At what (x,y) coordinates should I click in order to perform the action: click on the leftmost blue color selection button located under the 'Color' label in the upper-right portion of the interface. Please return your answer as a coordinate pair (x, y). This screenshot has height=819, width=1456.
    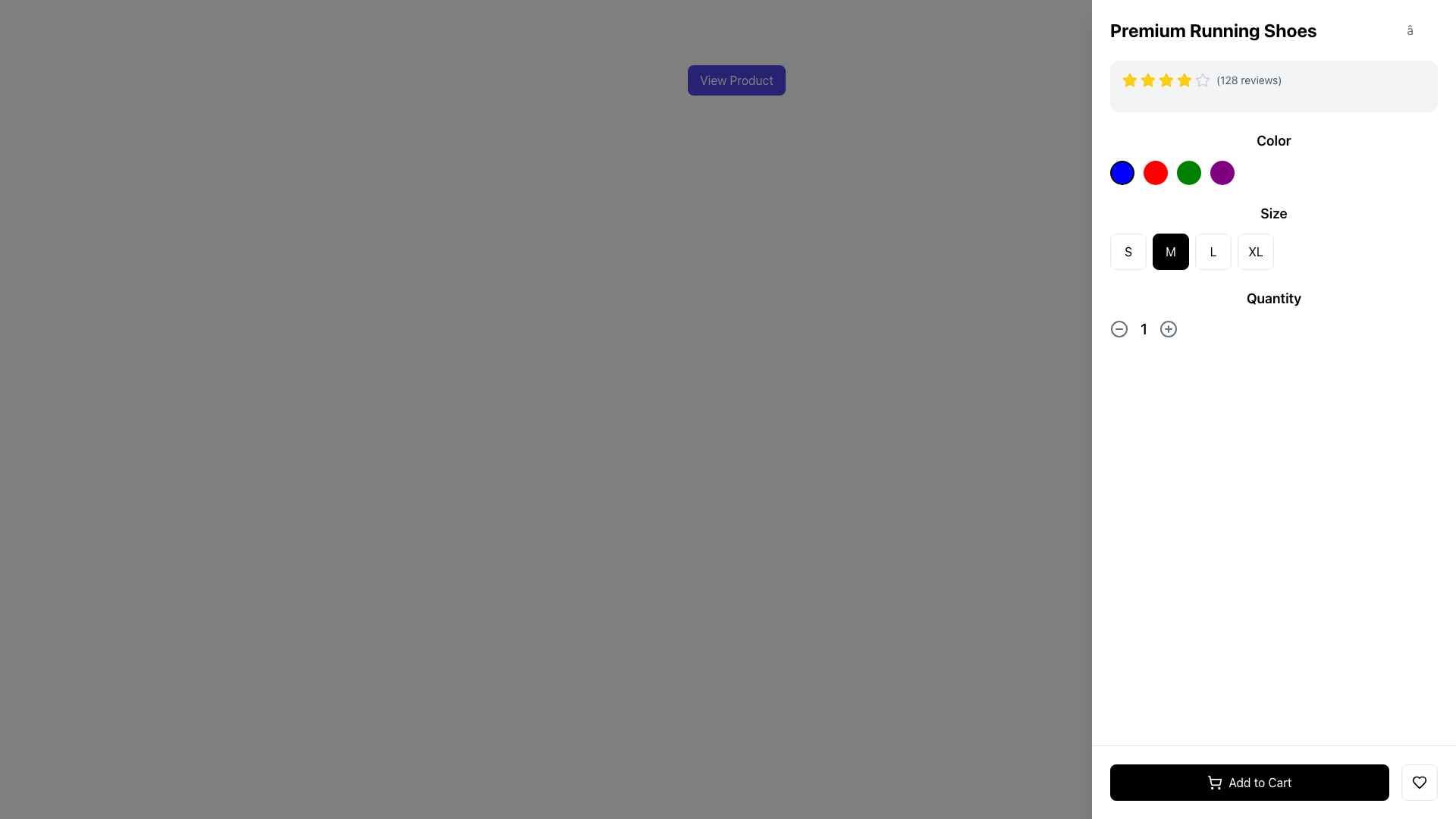
    Looking at the image, I should click on (1122, 171).